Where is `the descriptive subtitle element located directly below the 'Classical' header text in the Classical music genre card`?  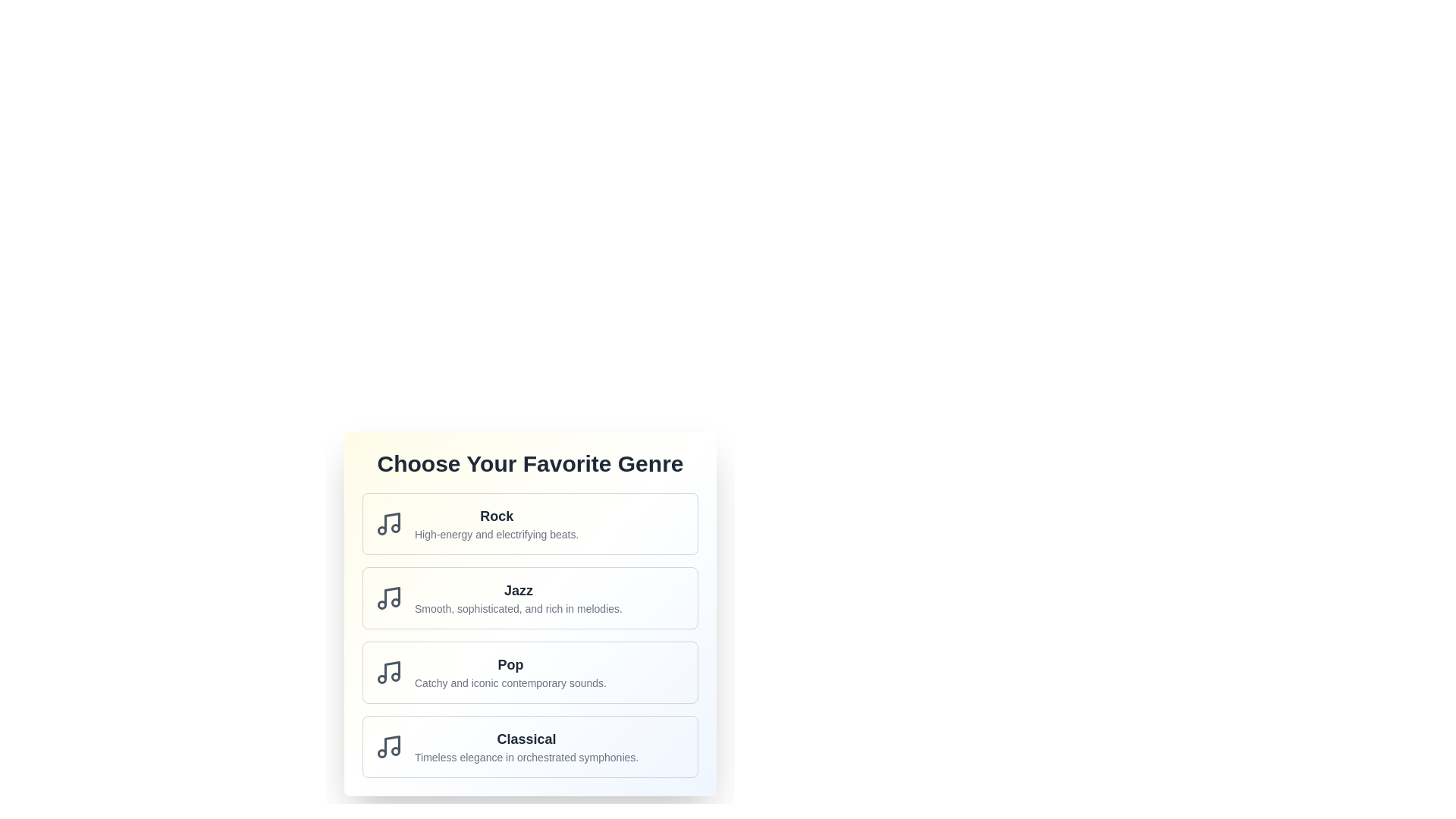
the descriptive subtitle element located directly below the 'Classical' header text in the Classical music genre card is located at coordinates (526, 758).